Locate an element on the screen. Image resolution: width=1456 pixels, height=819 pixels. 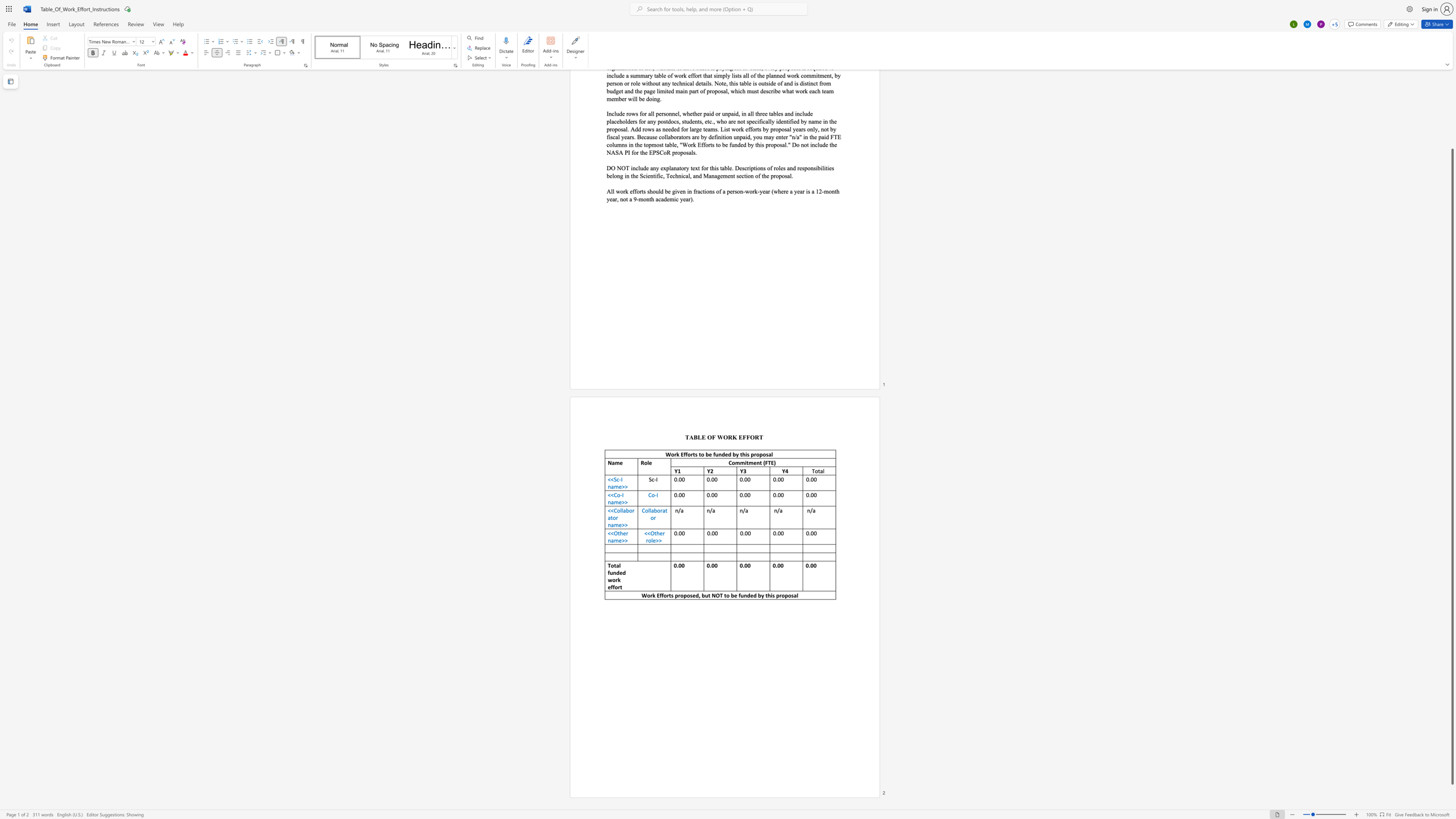
the scrollbar to move the page up is located at coordinates (1451, 140).